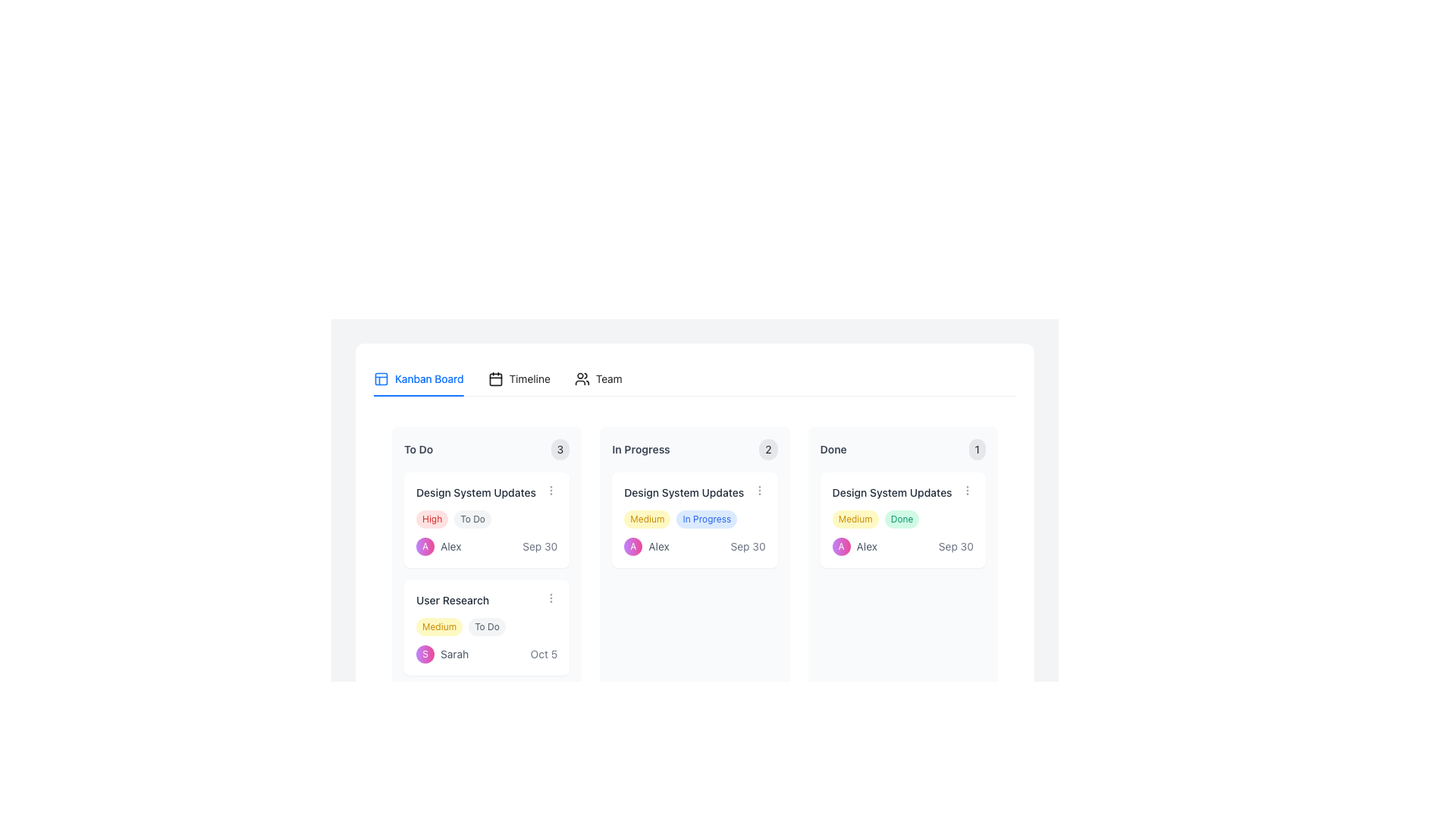 Image resolution: width=1456 pixels, height=819 pixels. Describe the element at coordinates (487, 654) in the screenshot. I see `the user name 'Sarah' in the User and Metadata Display for filtering related tasks` at that location.